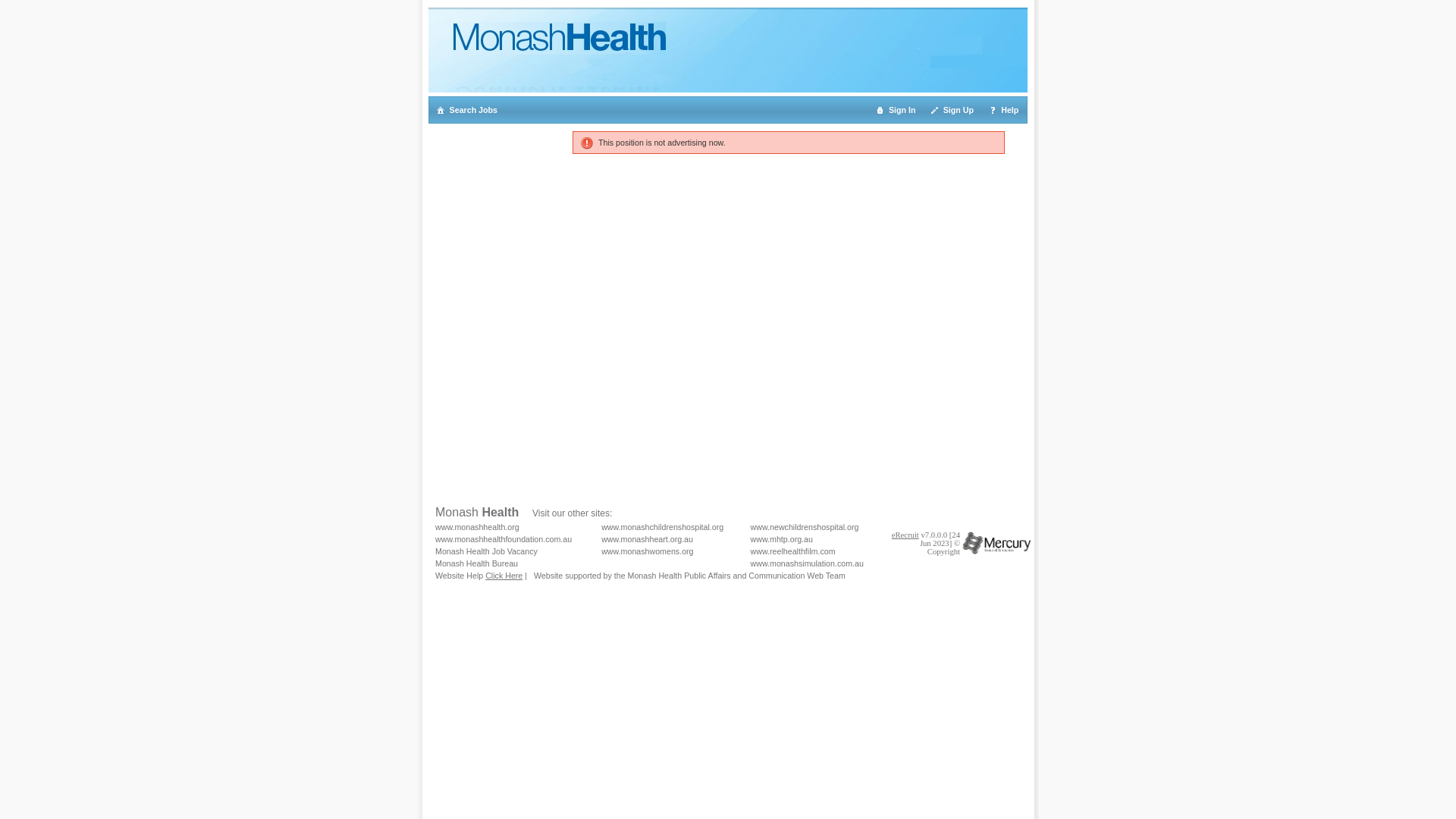 This screenshot has width=1456, height=819. Describe the element at coordinates (982, 109) in the screenshot. I see `'Help'` at that location.